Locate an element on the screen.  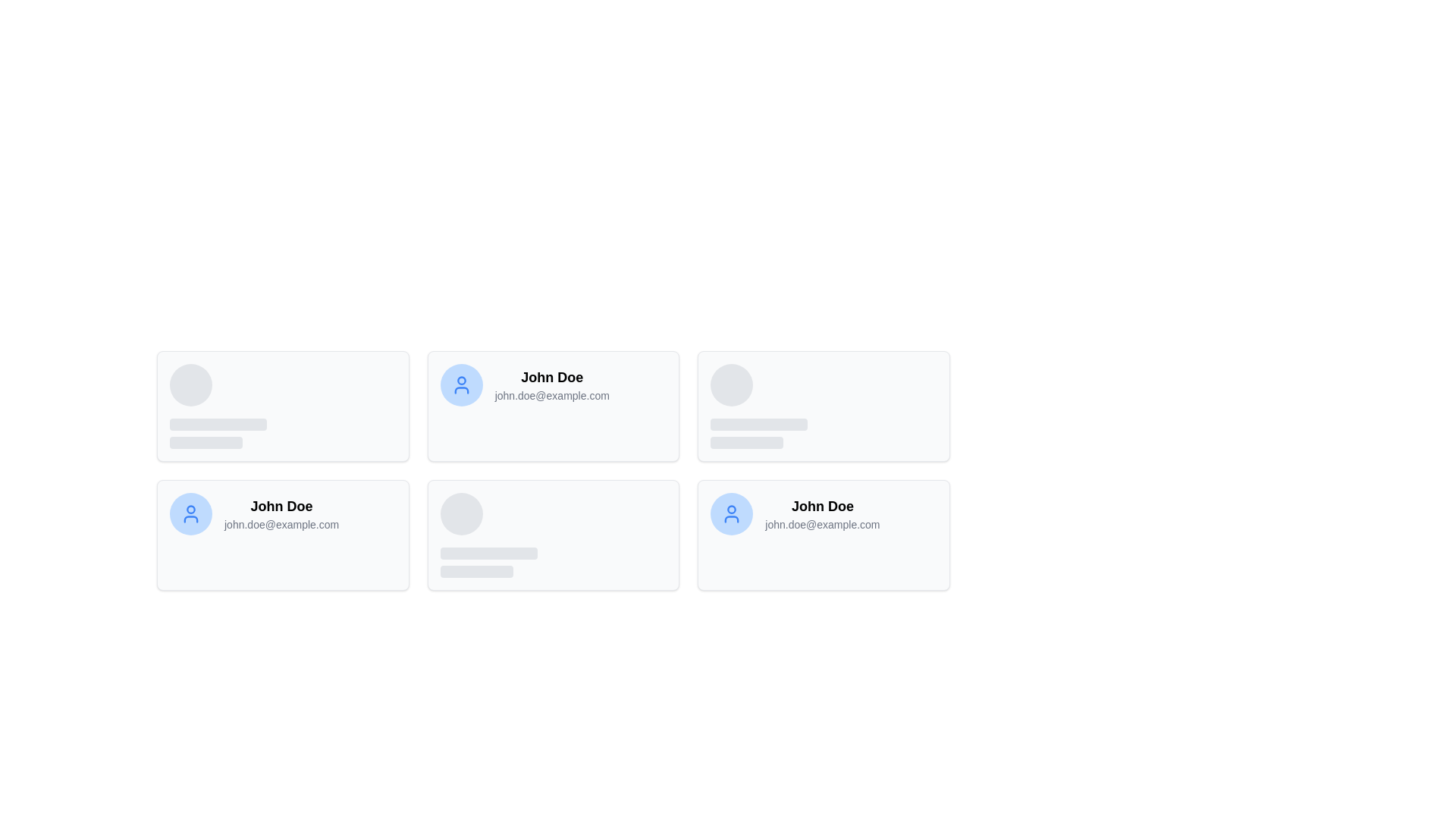
the Profile Card element which visually and textually represents a user, located in the bottom-right position of a grid layout is located at coordinates (823, 534).